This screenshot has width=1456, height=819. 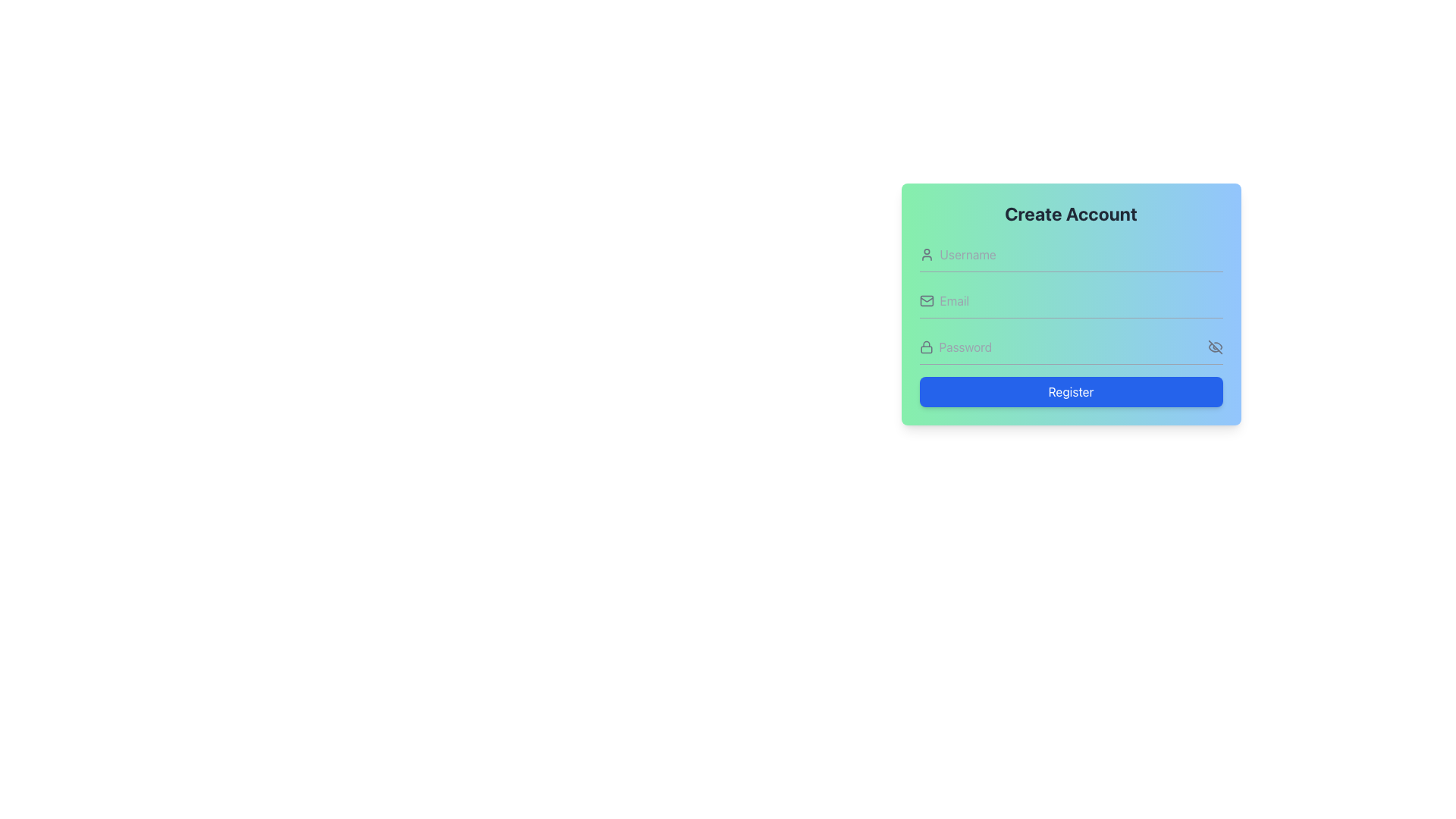 I want to click on the small user icon in outline style, which is gray on a light green background, located in the first row of a form layout to the left of the 'Username' input field, so click(x=926, y=253).